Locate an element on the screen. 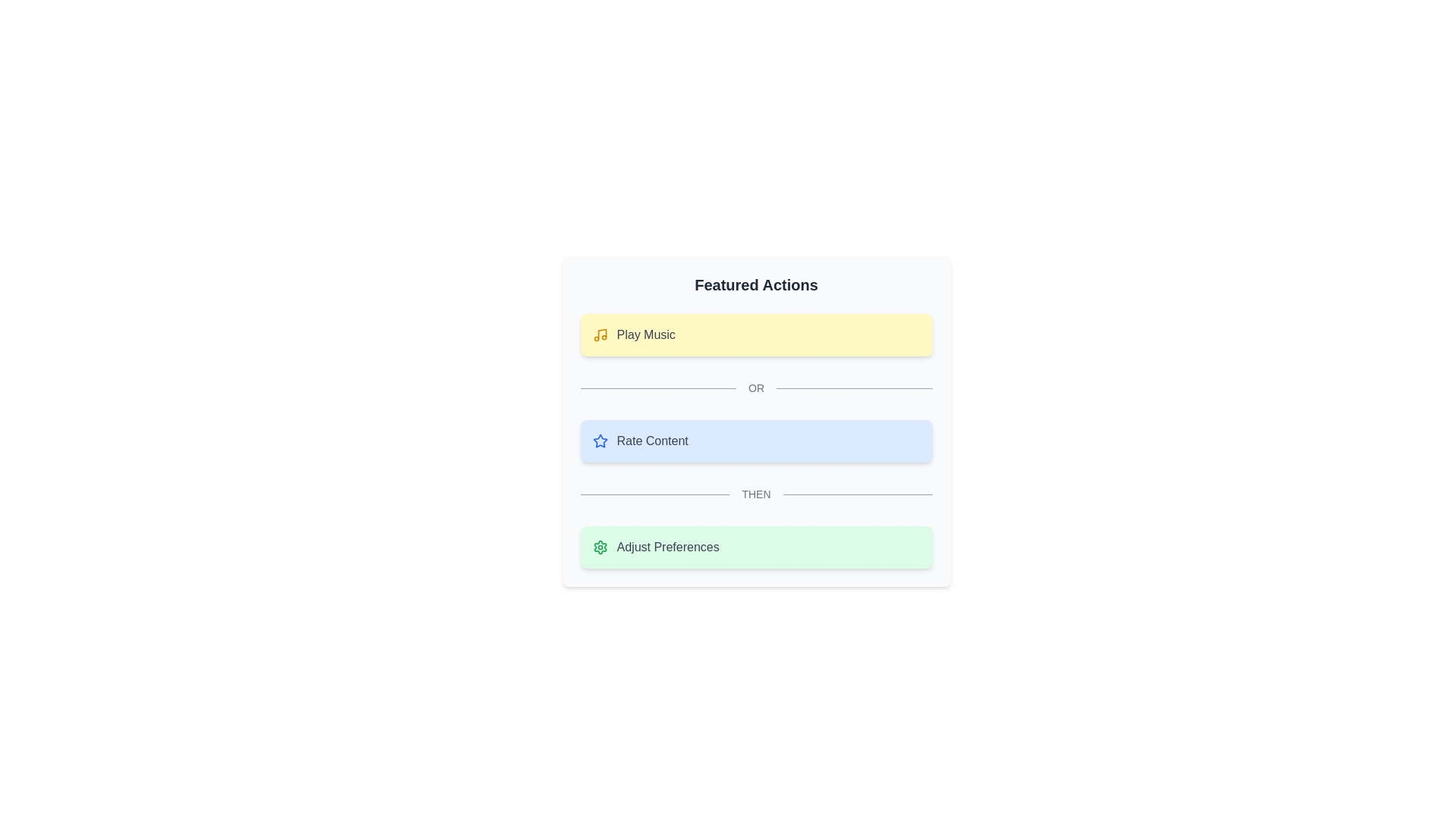  the text label displaying 'THEN', which is styled in medium-weight gray font and positioned between two horizontal lines is located at coordinates (756, 494).